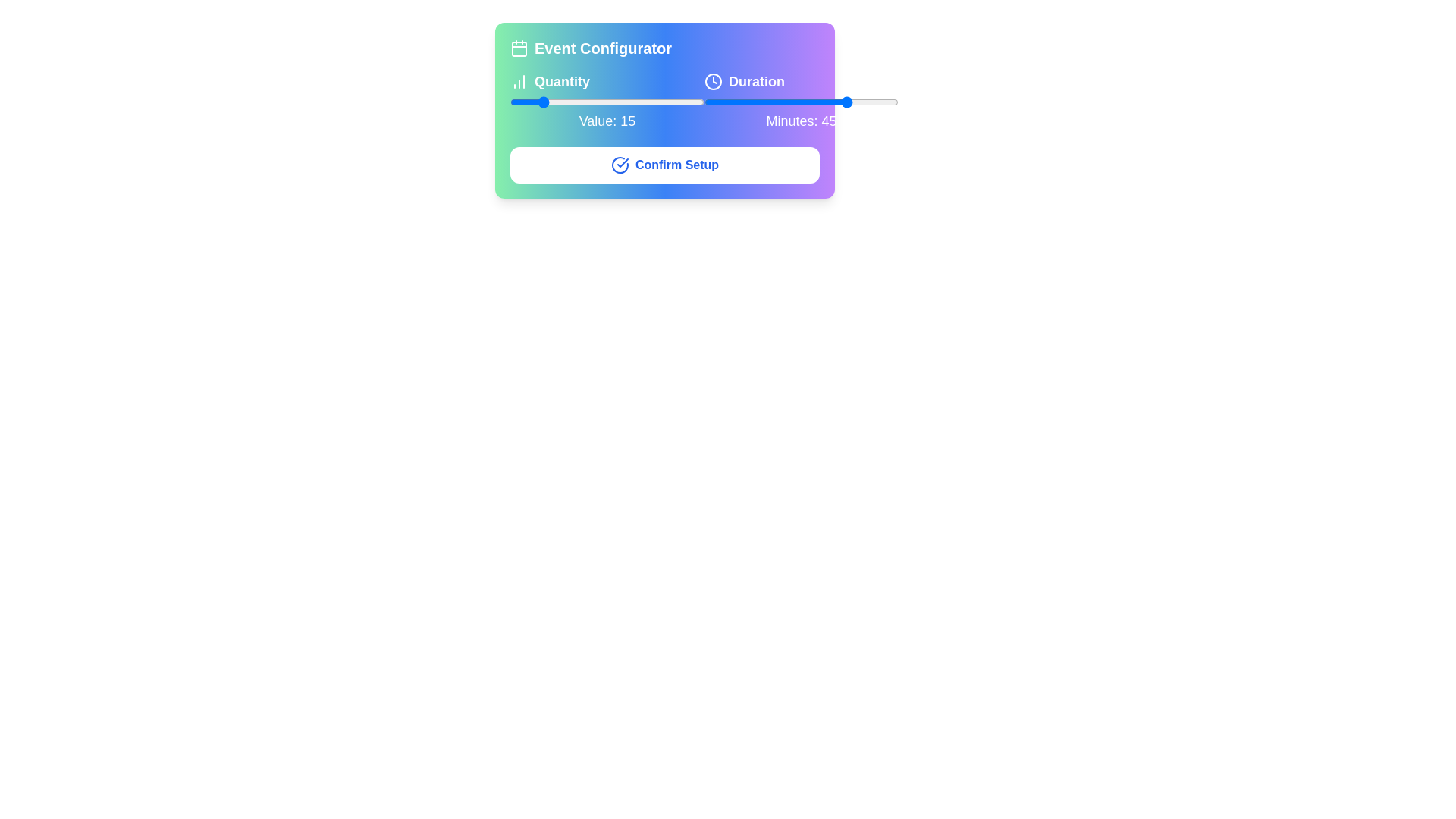  What do you see at coordinates (733, 102) in the screenshot?
I see `duration` at bounding box center [733, 102].